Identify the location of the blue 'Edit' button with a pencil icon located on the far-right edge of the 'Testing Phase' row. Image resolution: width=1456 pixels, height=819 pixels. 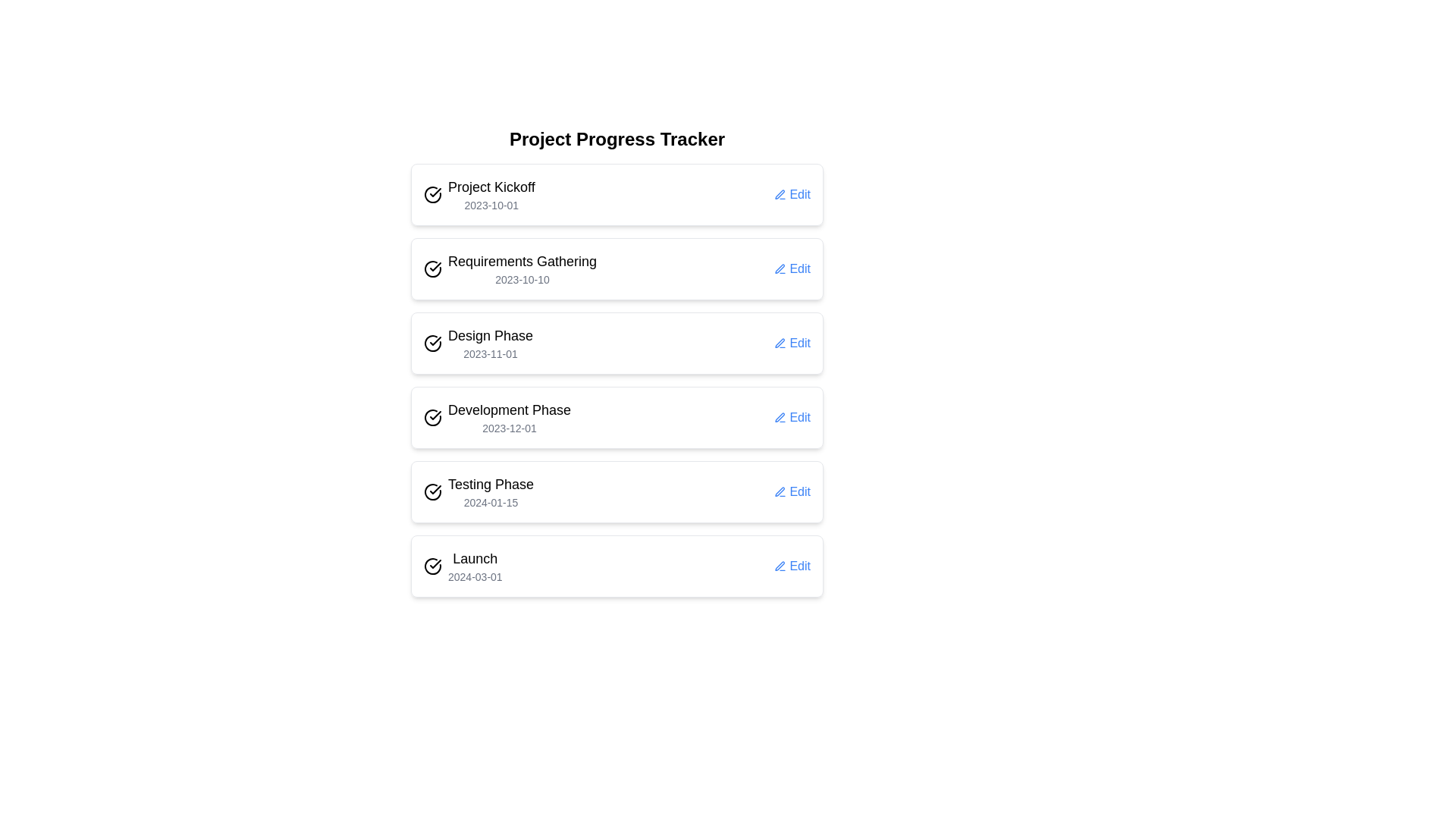
(792, 491).